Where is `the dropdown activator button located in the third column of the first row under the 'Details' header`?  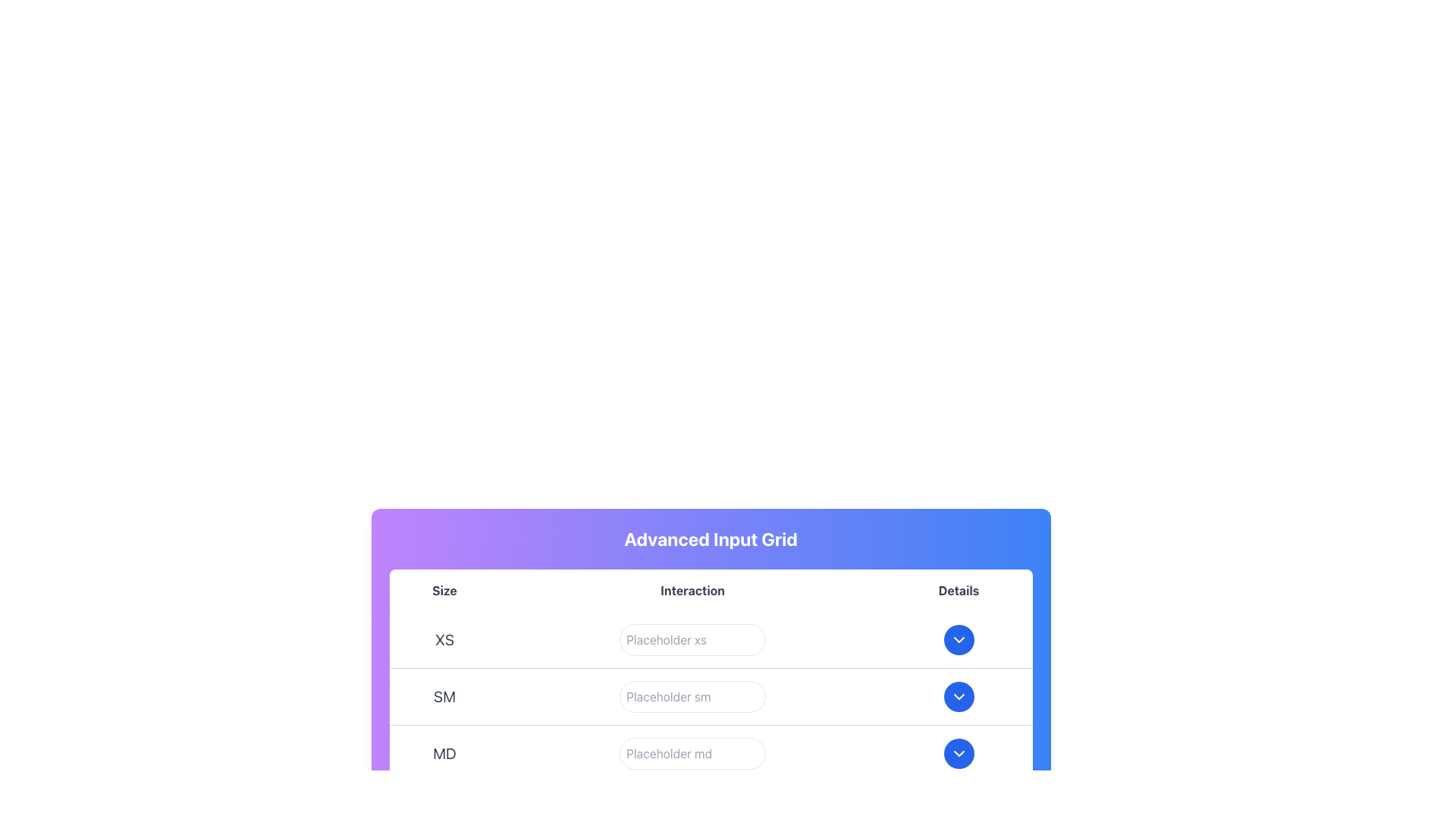
the dropdown activator button located in the third column of the first row under the 'Details' header is located at coordinates (958, 640).